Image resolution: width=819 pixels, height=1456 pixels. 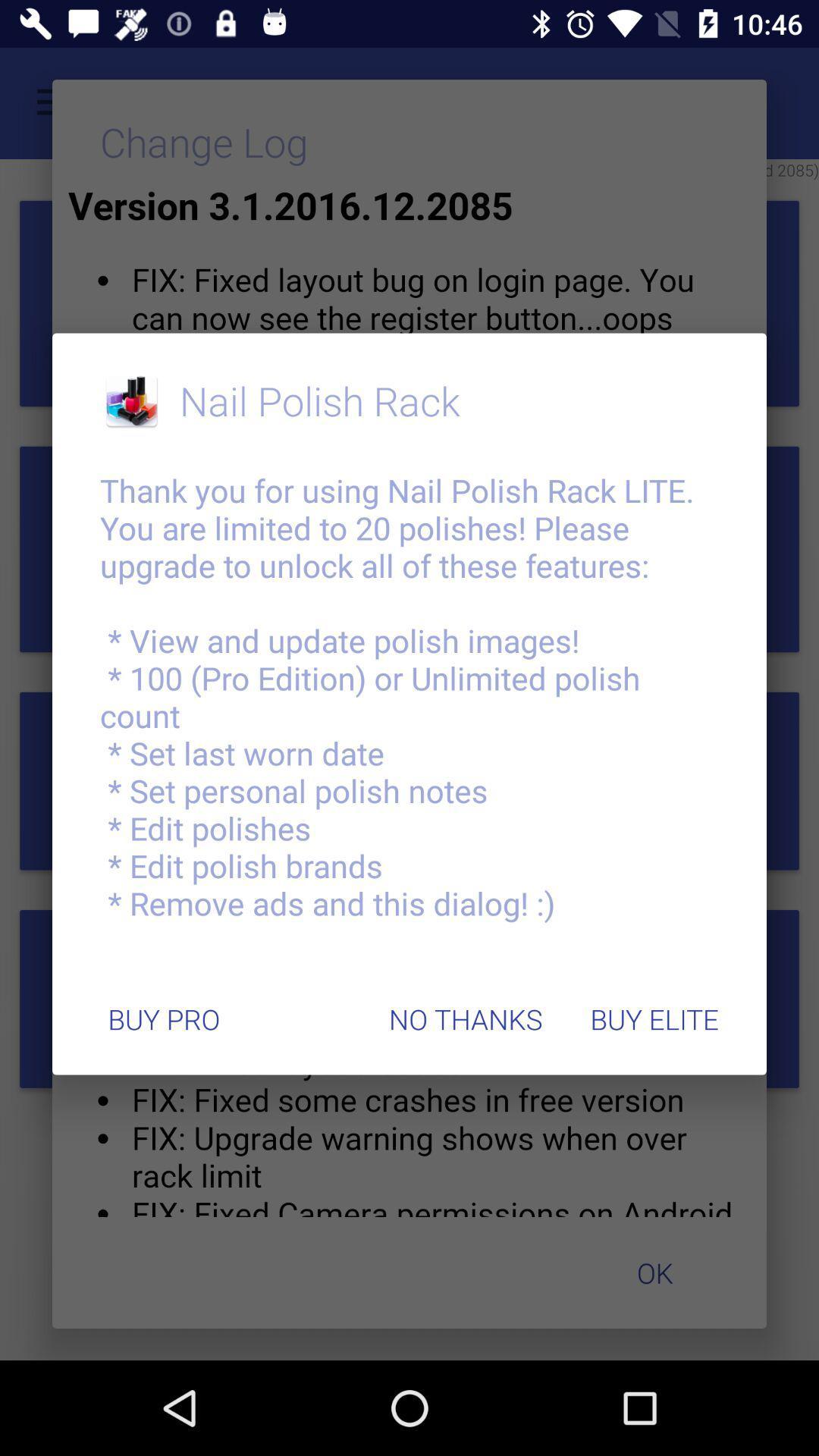 I want to click on icon next to the no thanks item, so click(x=164, y=1019).